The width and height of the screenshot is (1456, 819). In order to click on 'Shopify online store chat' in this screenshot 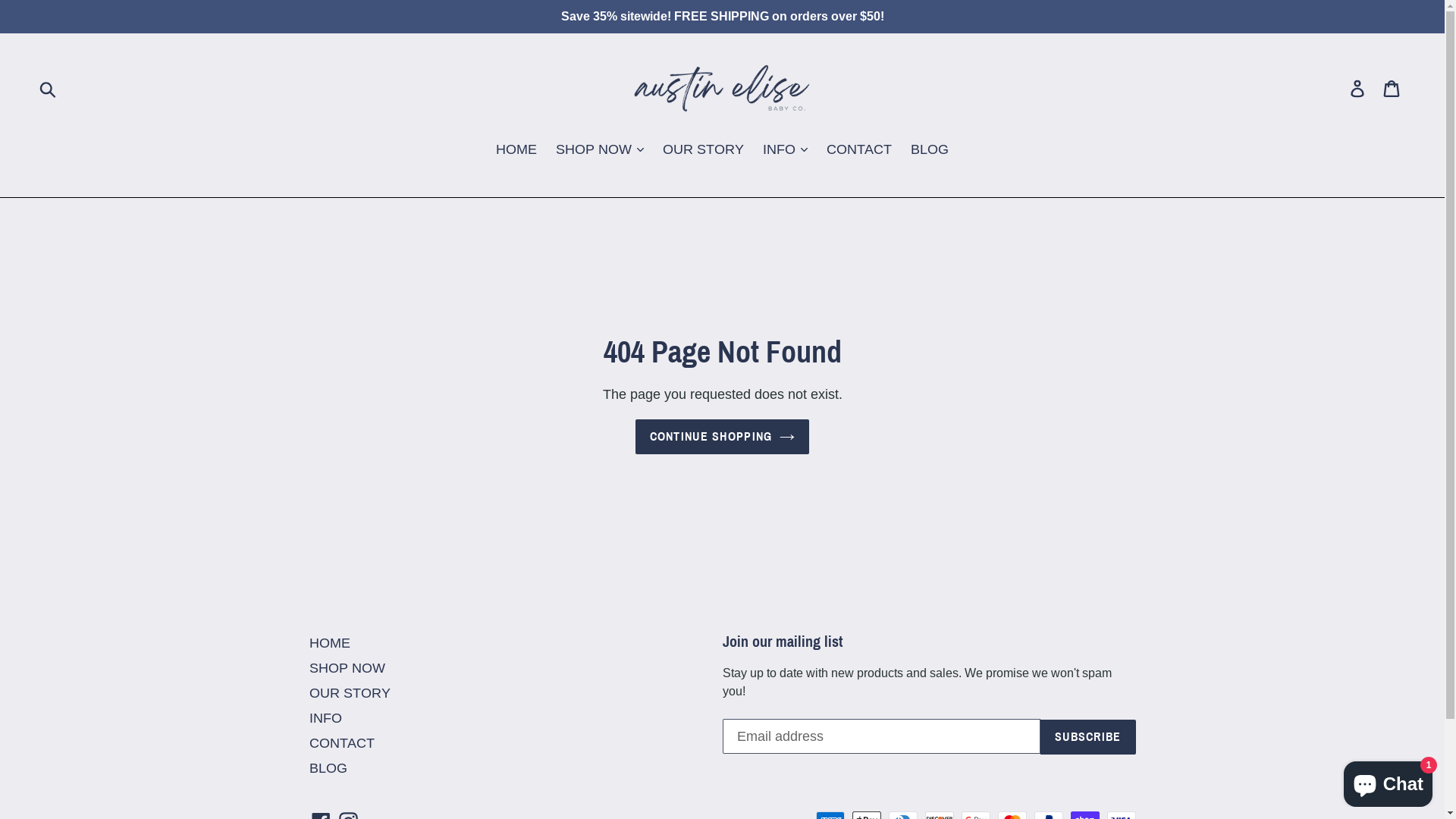, I will do `click(1388, 780)`.